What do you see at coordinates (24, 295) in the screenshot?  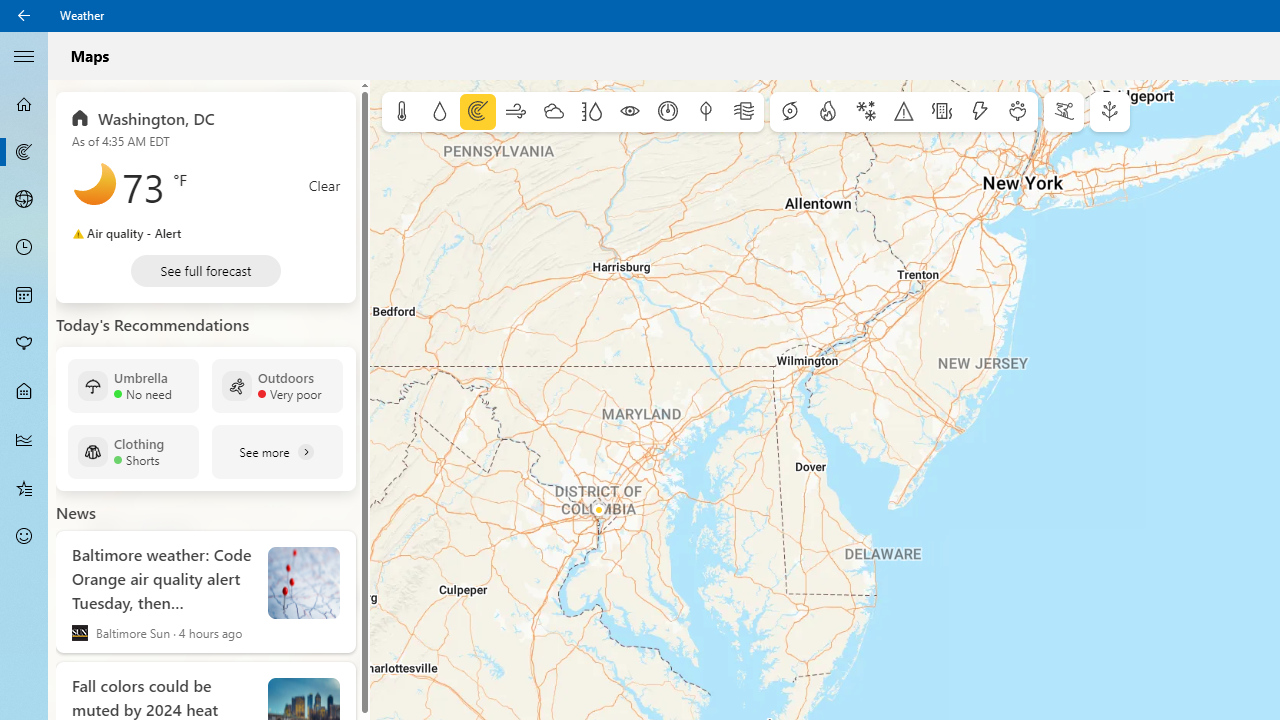 I see `'Monthly Forecast - Not Selected'` at bounding box center [24, 295].